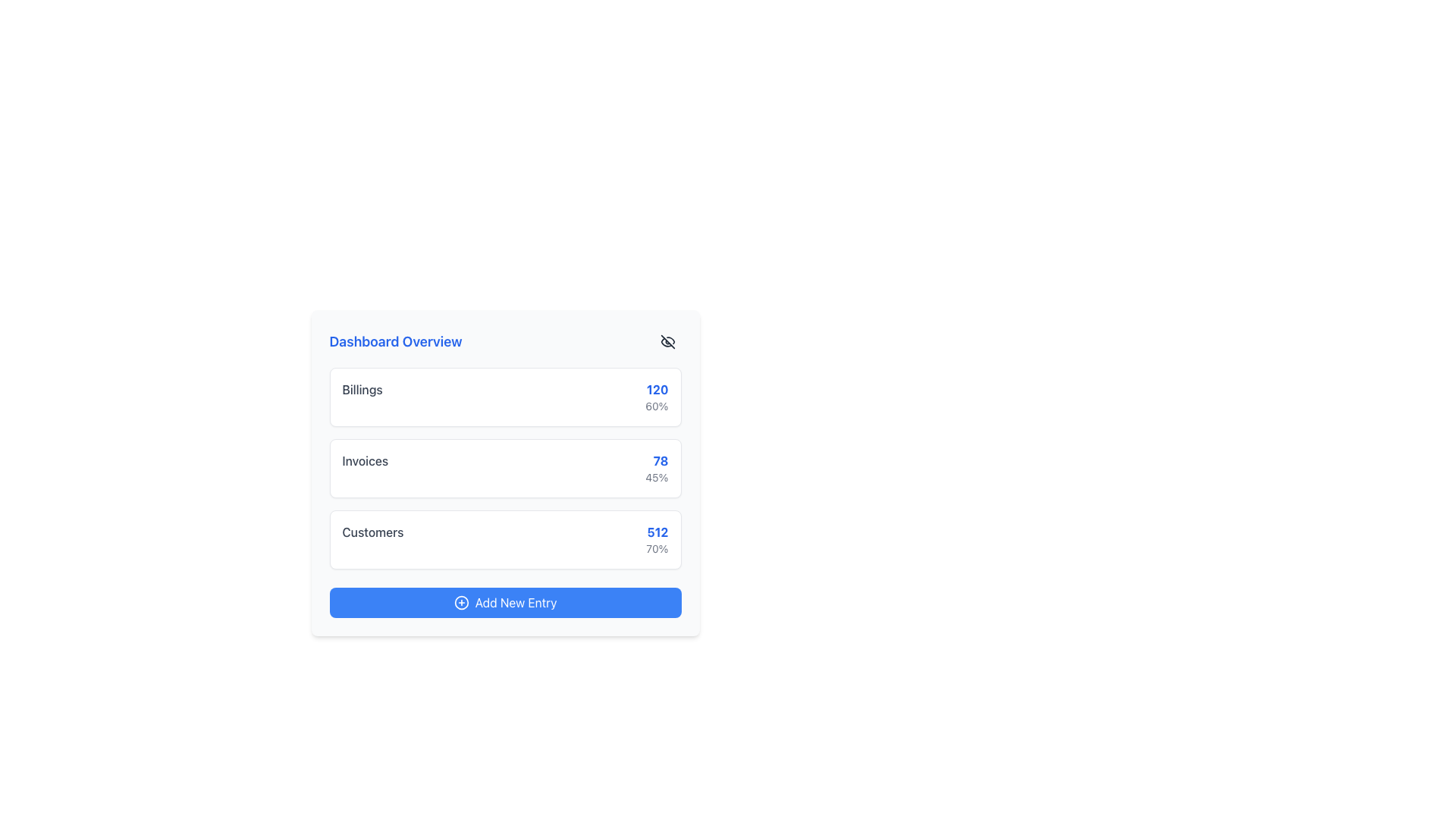 The image size is (1456, 819). What do you see at coordinates (460, 601) in the screenshot?
I see `the circular icon with a blue border and a plus sign, located to the left of the 'Add New Entry' button` at bounding box center [460, 601].